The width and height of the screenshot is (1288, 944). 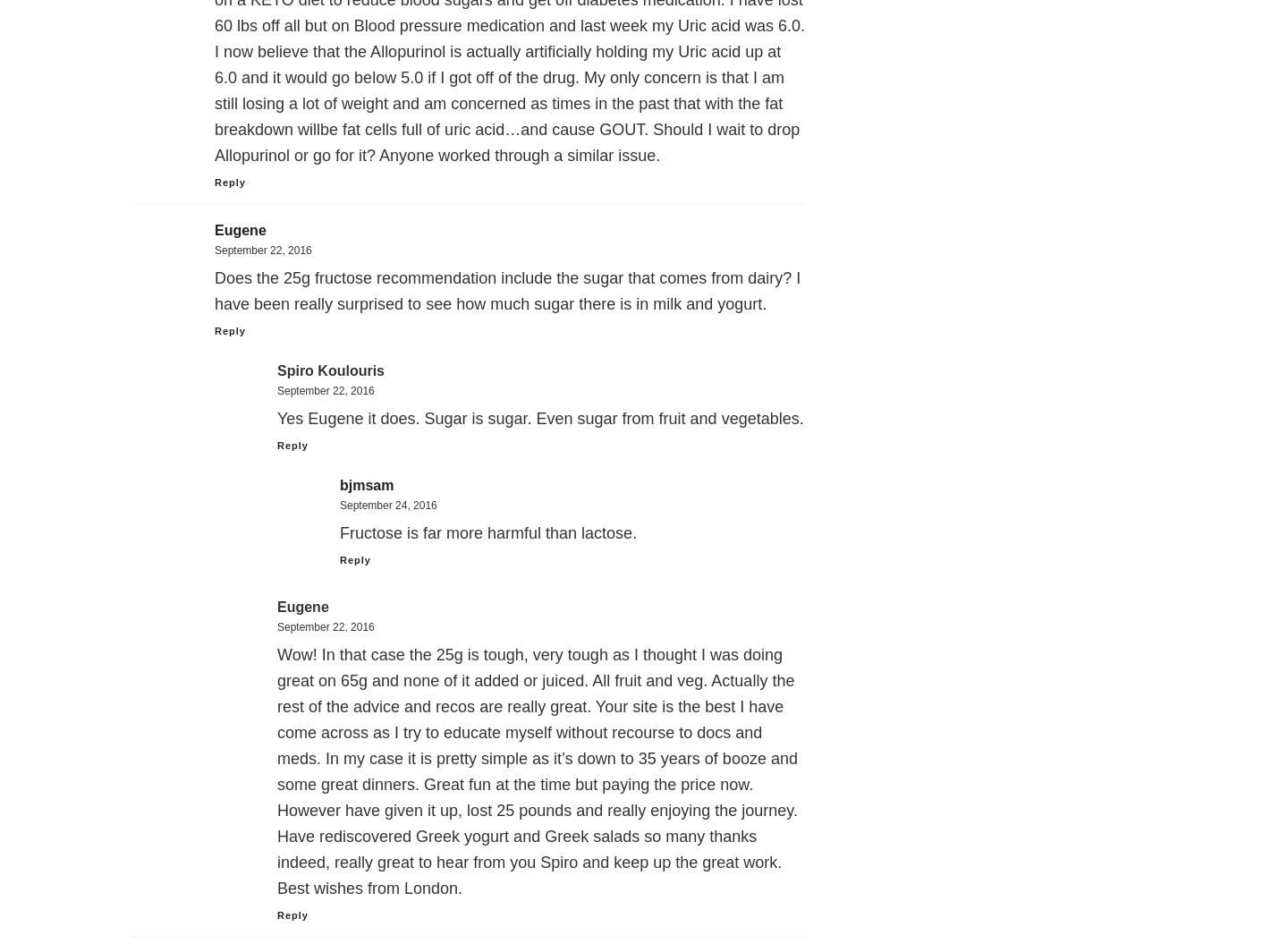 I want to click on 'Fructose is far more harmful than lactose.', so click(x=488, y=532).